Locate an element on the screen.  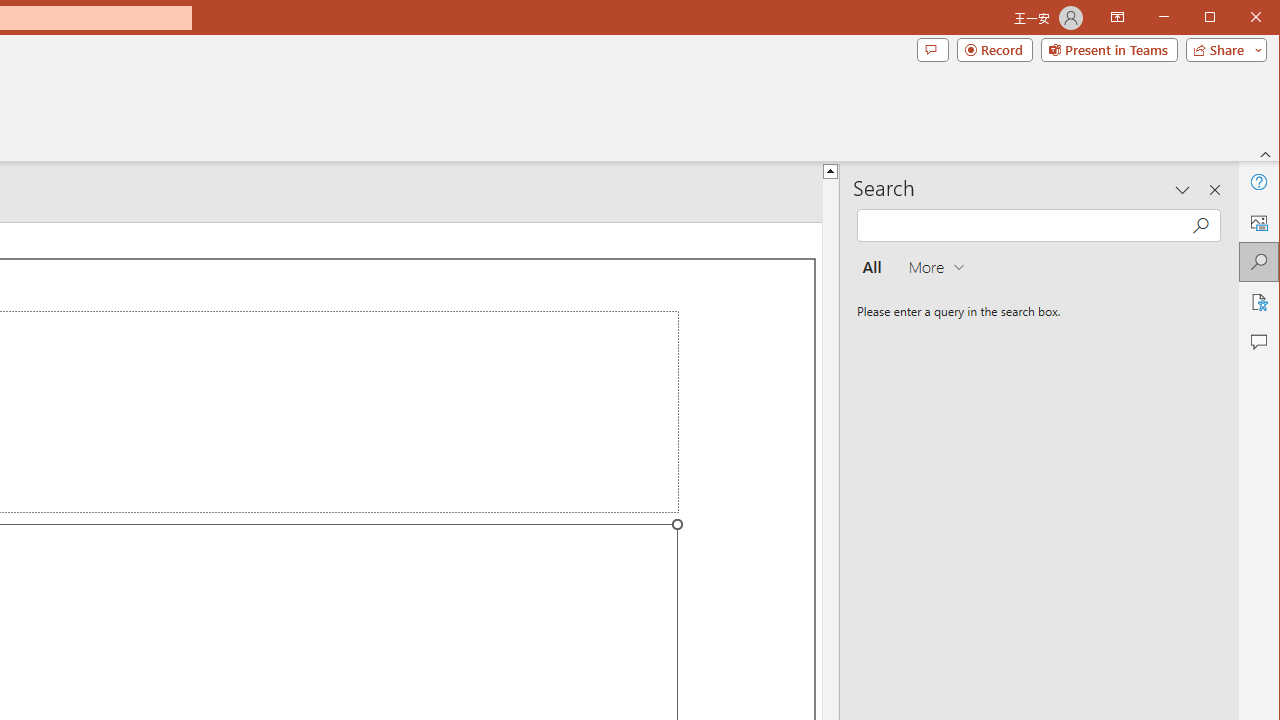
'Alt Text' is located at coordinates (1257, 222).